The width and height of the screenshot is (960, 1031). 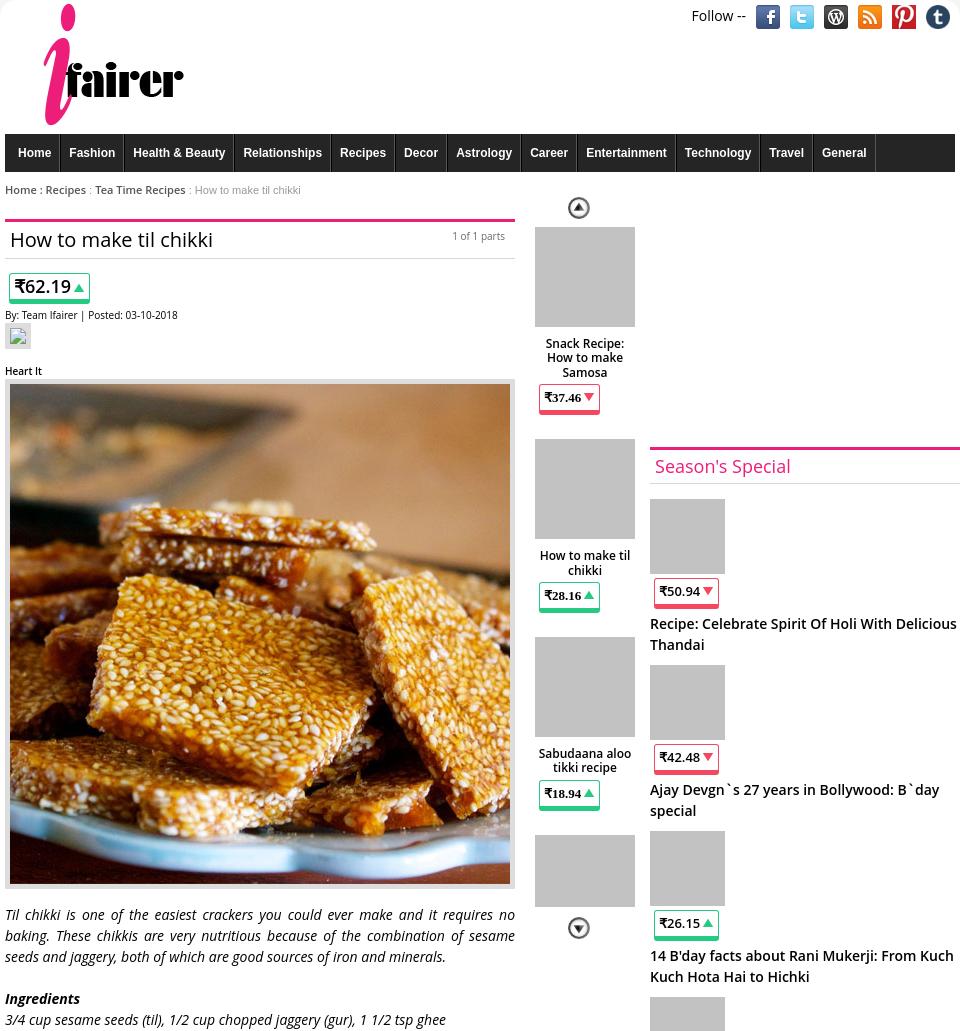 What do you see at coordinates (3, 369) in the screenshot?
I see `'Heart It'` at bounding box center [3, 369].